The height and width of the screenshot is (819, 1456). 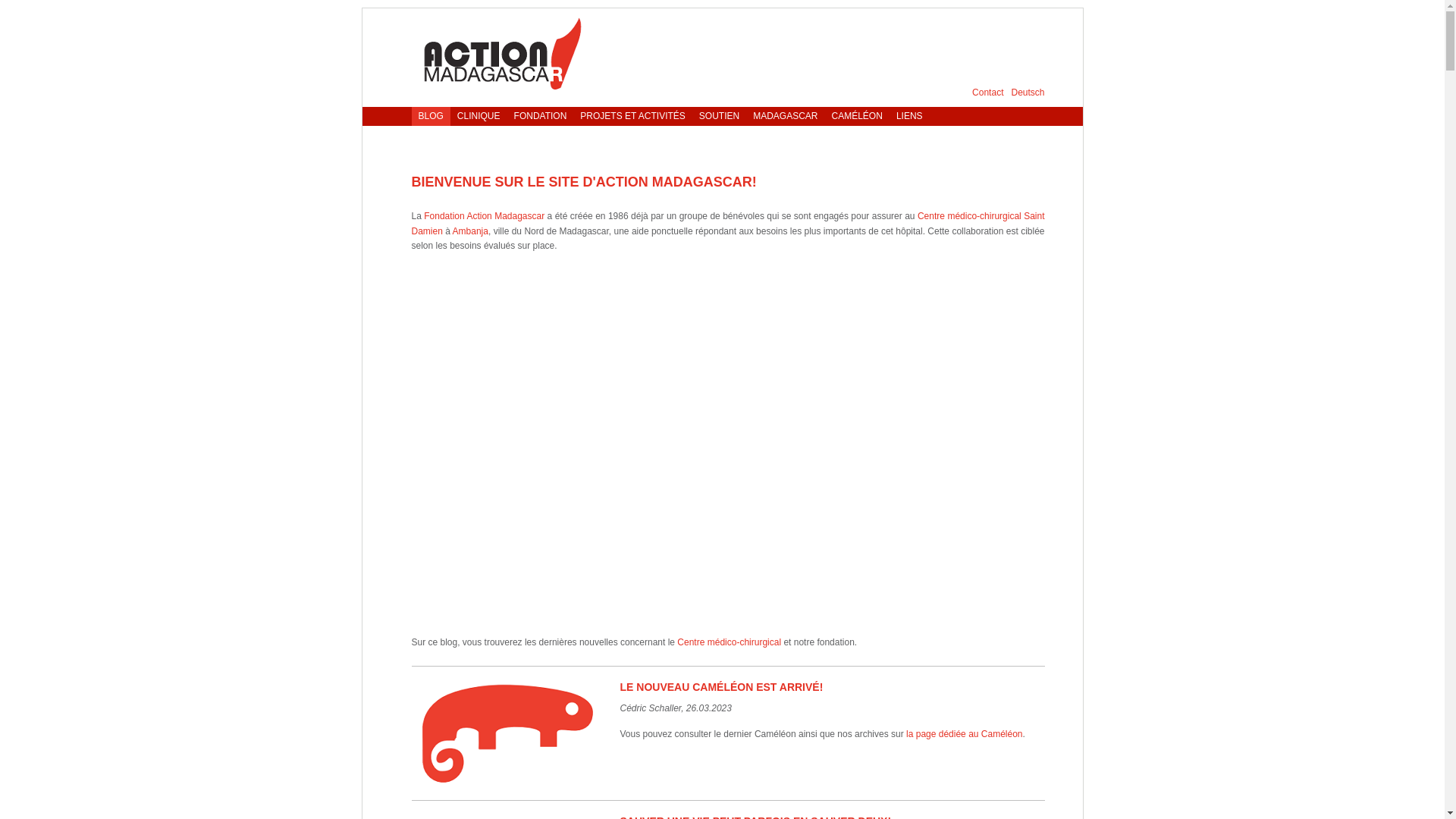 What do you see at coordinates (478, 115) in the screenshot?
I see `'CLINIQUE'` at bounding box center [478, 115].